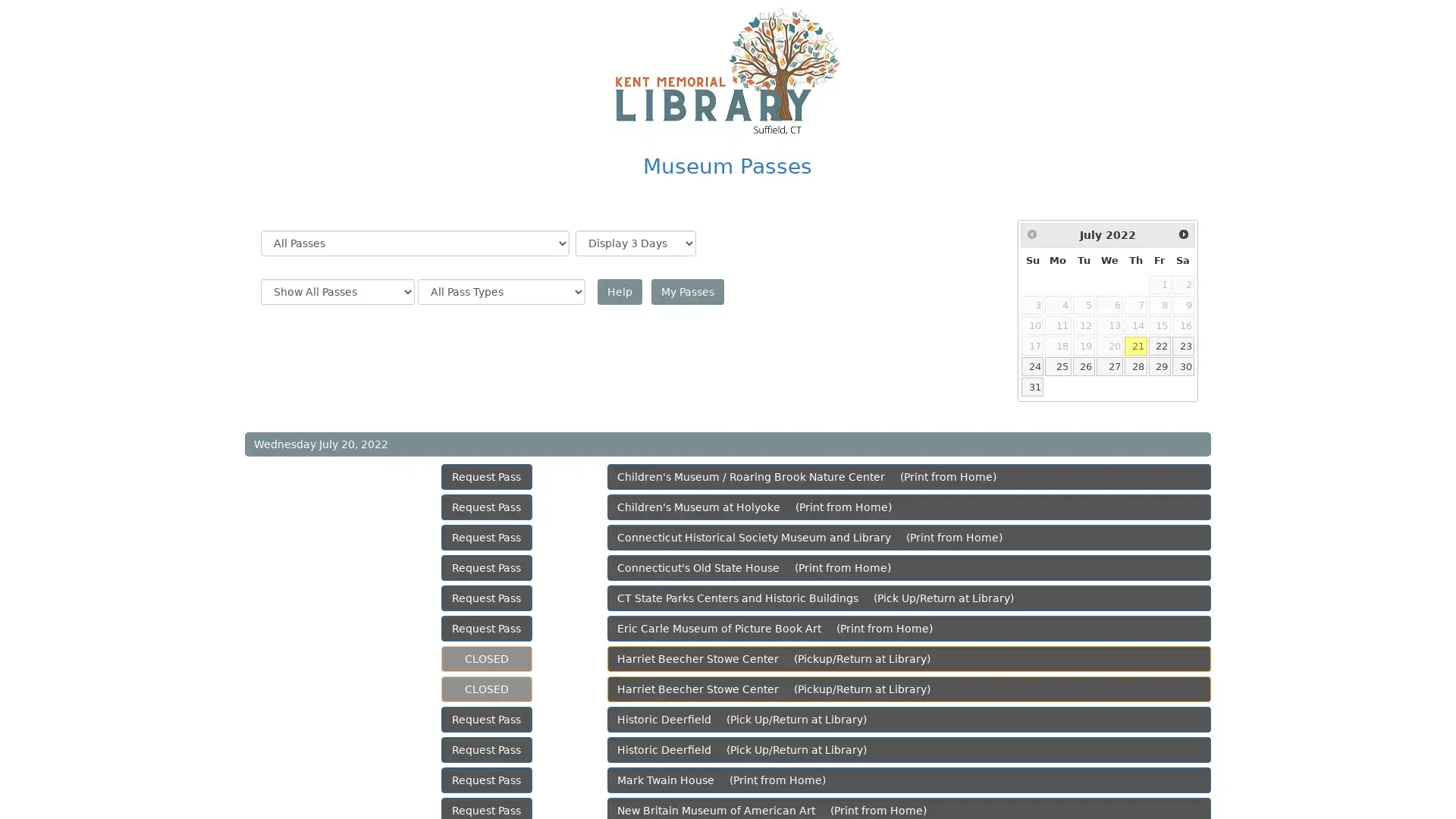 The image size is (1456, 819). I want to click on Connecticut's Old State House     (Print from Home), so click(908, 567).